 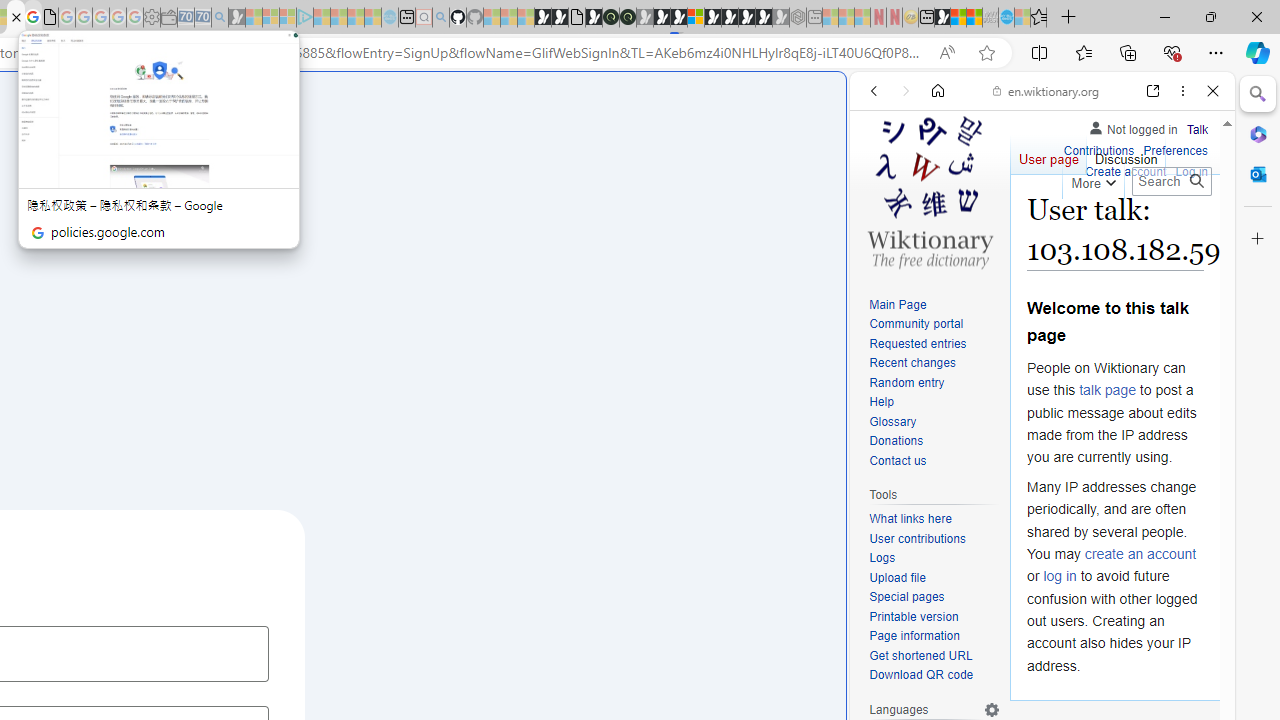 I want to click on 'Log in', so click(x=1191, y=171).